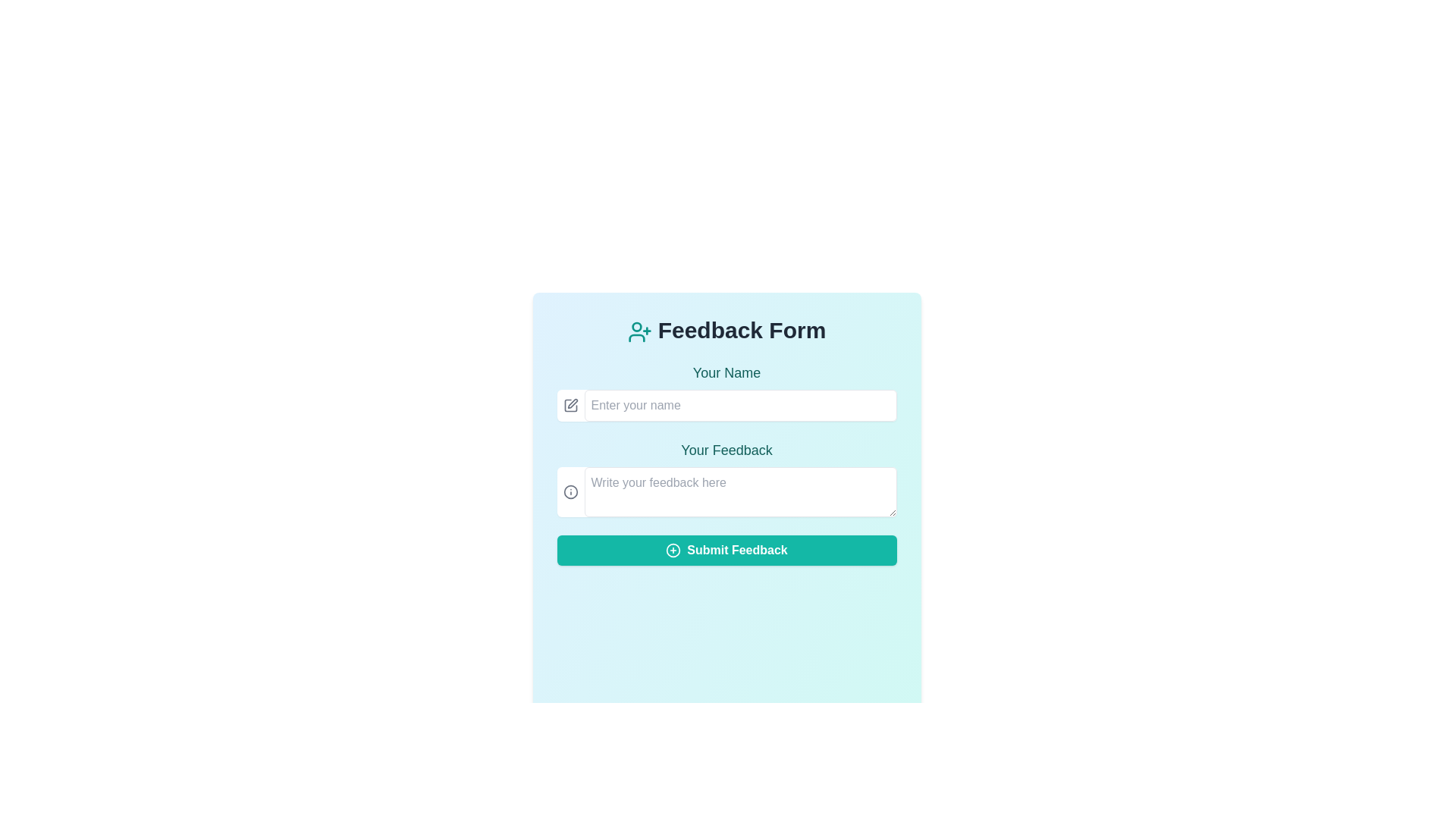 The image size is (1456, 819). I want to click on the input areas of the feedback form located in the center of the modal dialog to focus them, specifically the areas labeled 'Your Name' and 'Your Feedback', so click(726, 463).